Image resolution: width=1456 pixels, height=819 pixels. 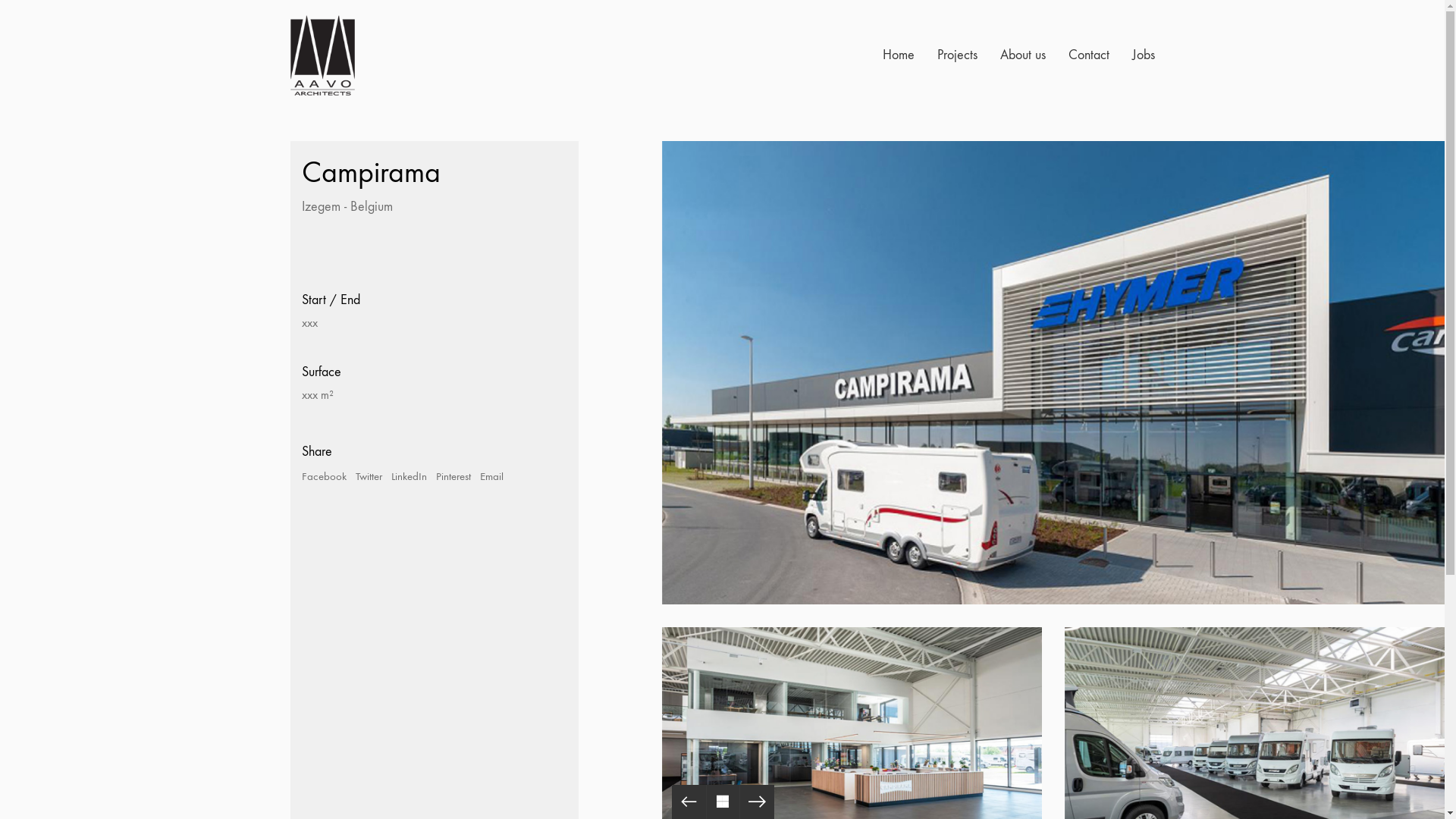 I want to click on 'Pinterest', so click(x=451, y=475).